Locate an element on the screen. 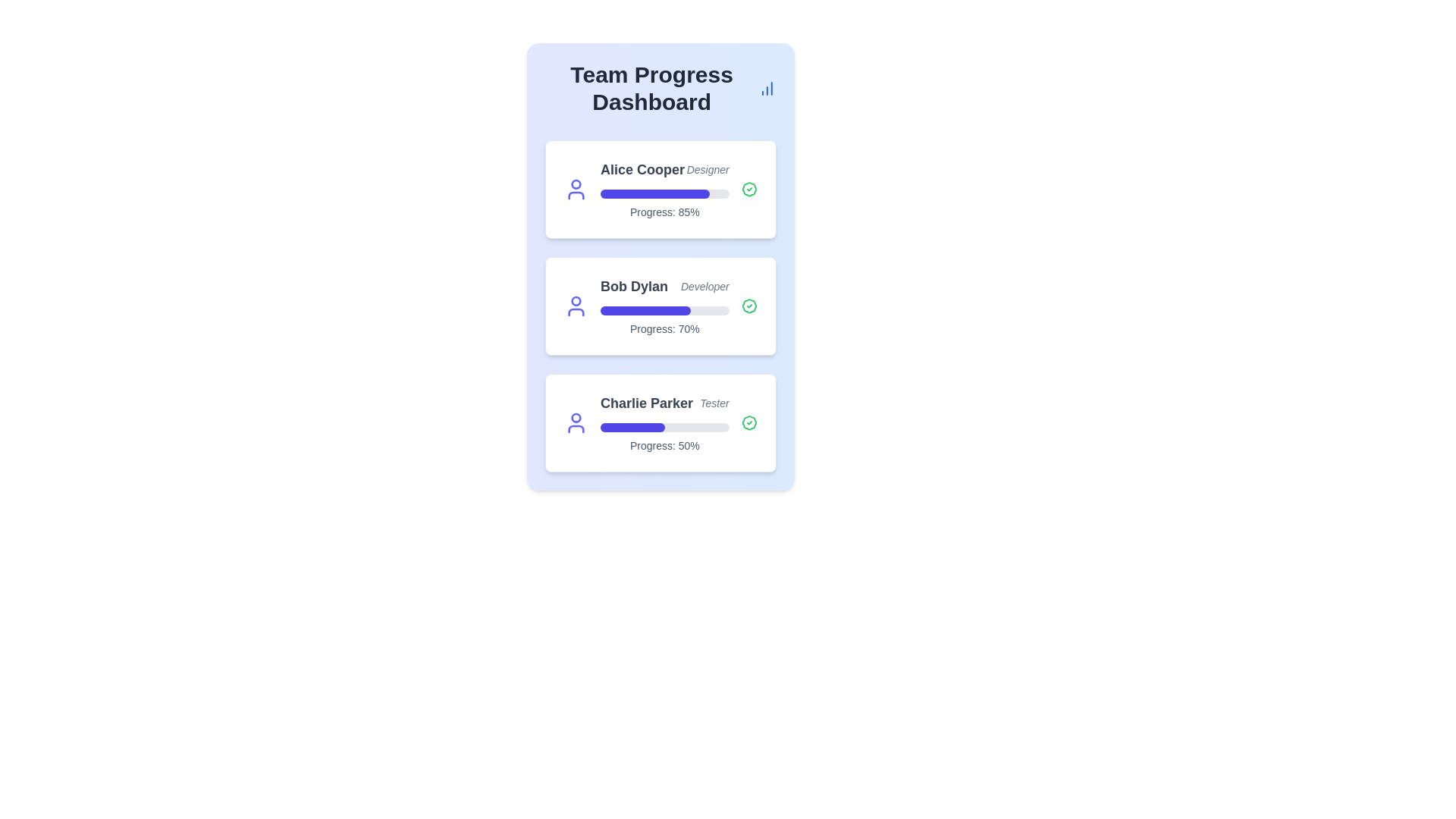 Image resolution: width=1456 pixels, height=819 pixels. the text label 'Tester' which is styled in a small, italicized gray font and positioned to the right of 'Charlie Parker' in the list is located at coordinates (714, 403).